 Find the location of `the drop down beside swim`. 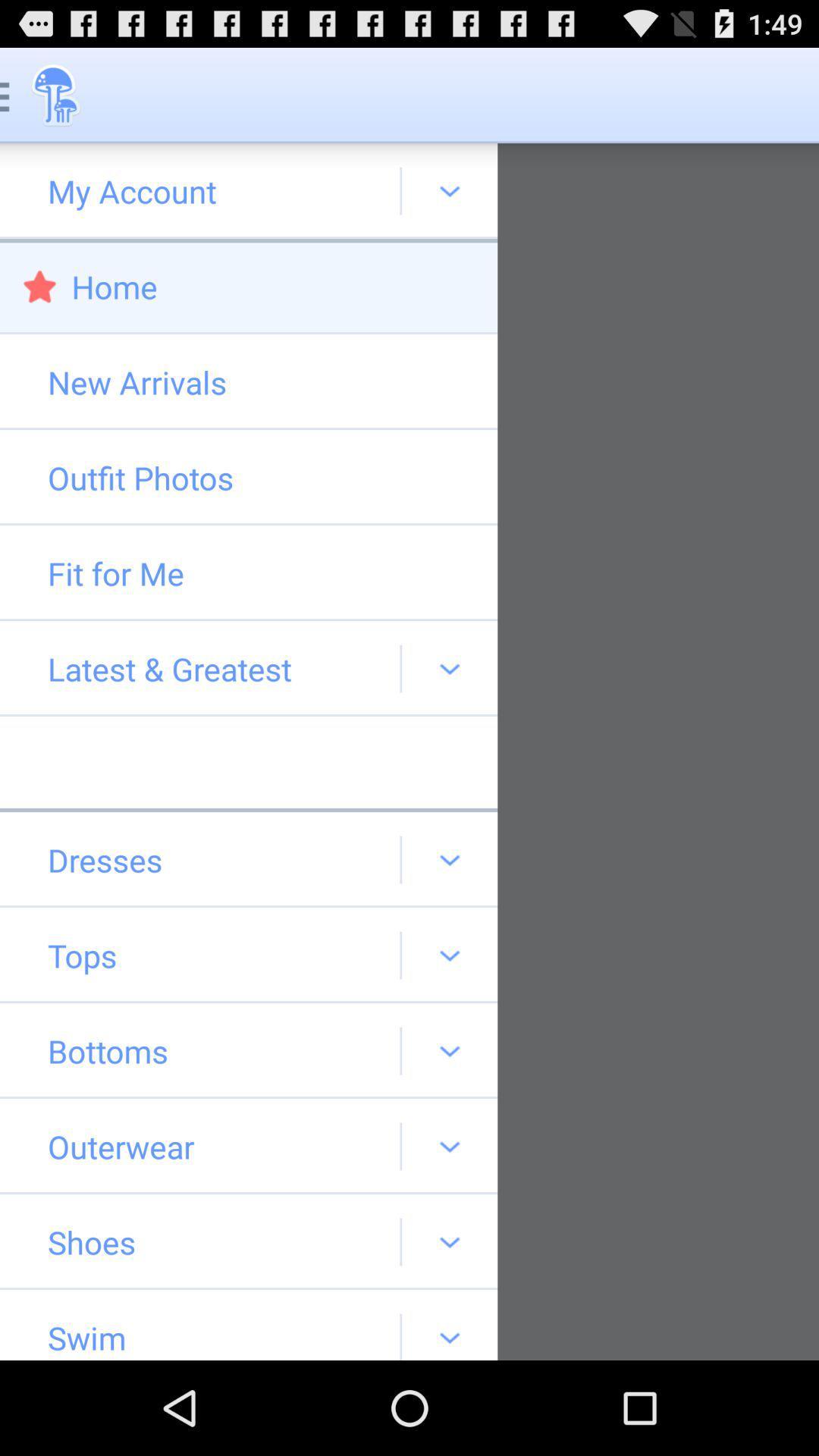

the drop down beside swim is located at coordinates (449, 1324).